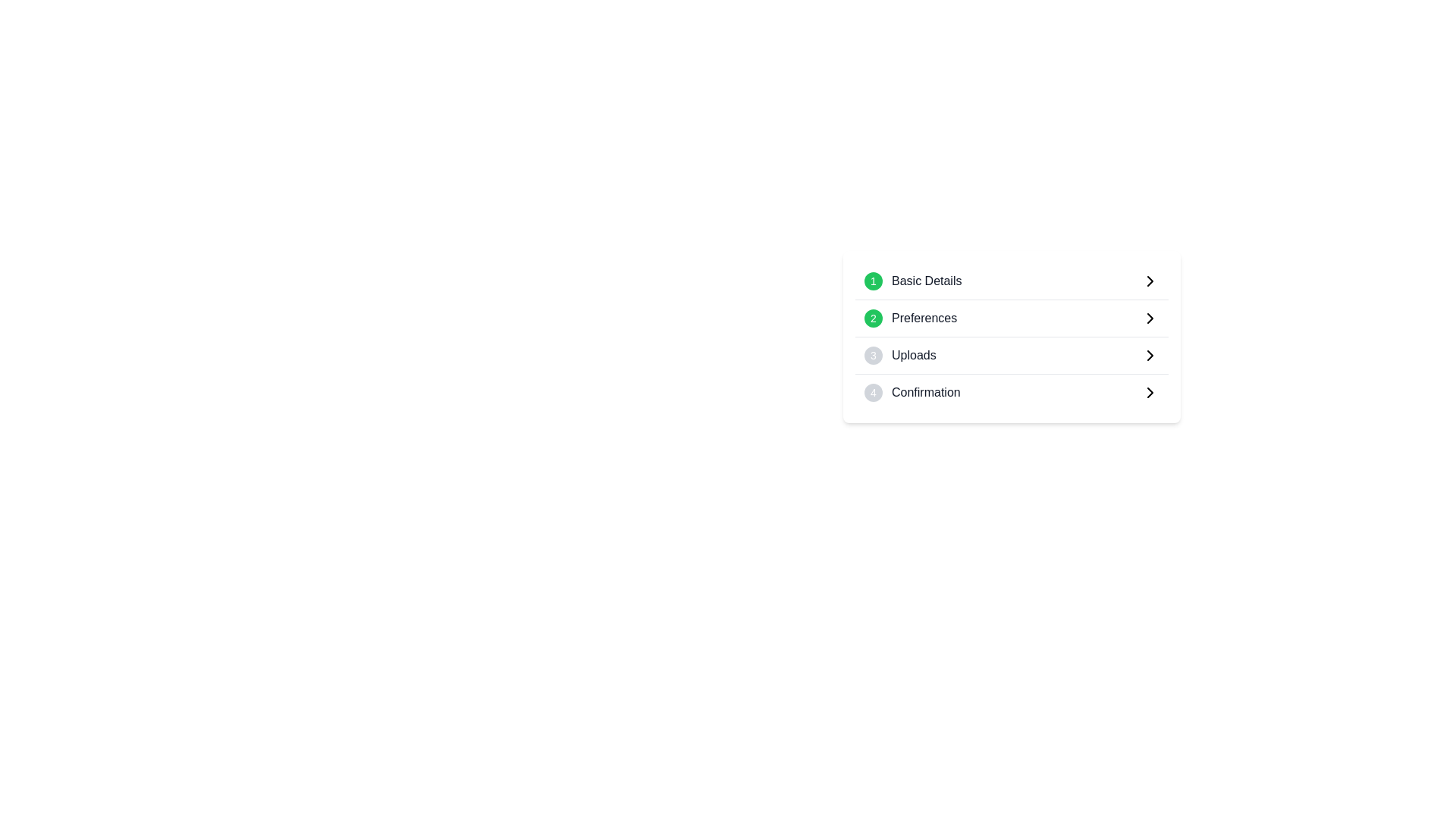 This screenshot has height=819, width=1456. What do you see at coordinates (924, 318) in the screenshot?
I see `the 'Preferences' text label, which is the second item in a vertical menu list` at bounding box center [924, 318].